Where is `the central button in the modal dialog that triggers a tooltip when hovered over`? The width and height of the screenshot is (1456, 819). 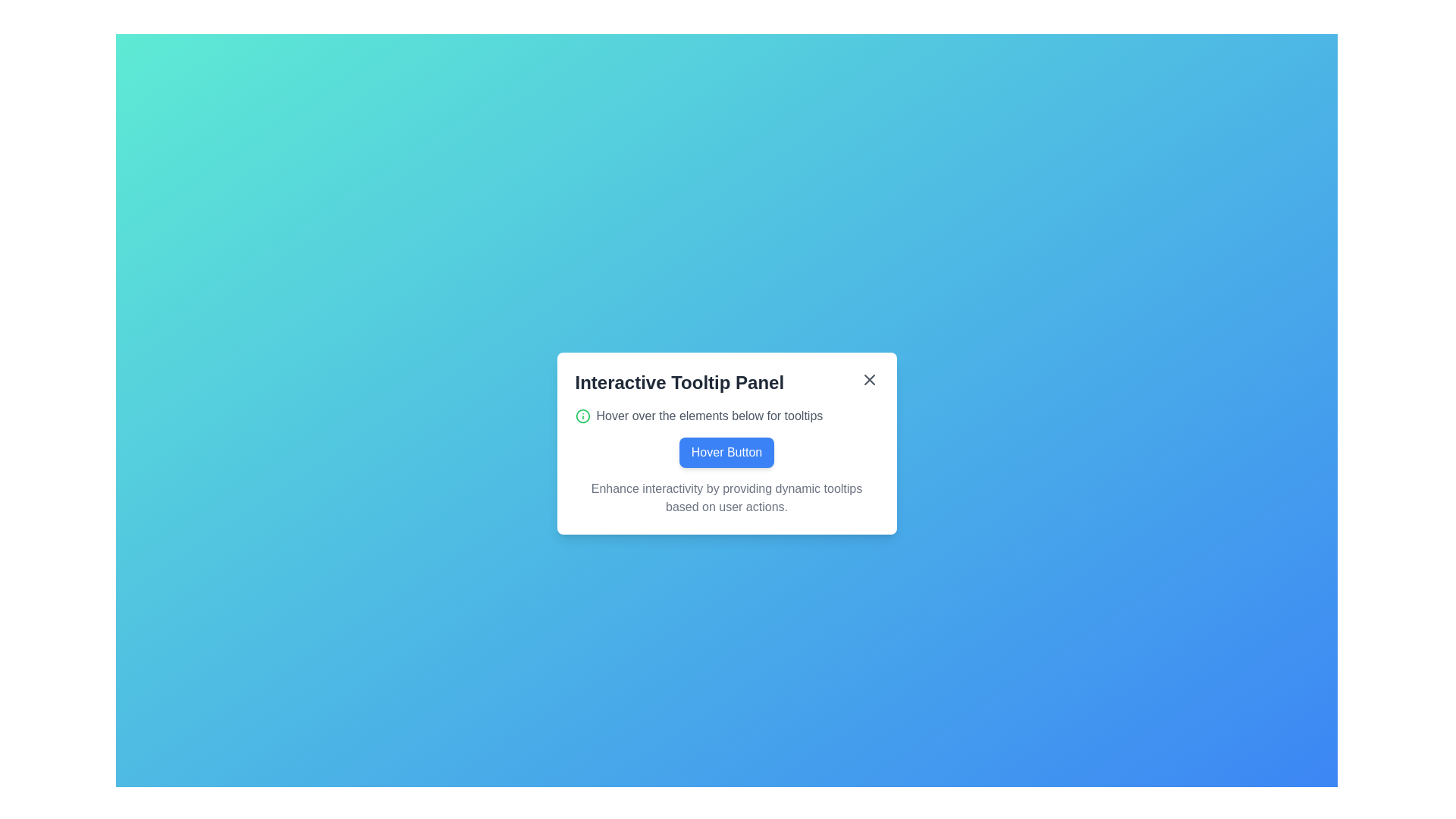
the central button in the modal dialog that triggers a tooltip when hovered over is located at coordinates (726, 452).